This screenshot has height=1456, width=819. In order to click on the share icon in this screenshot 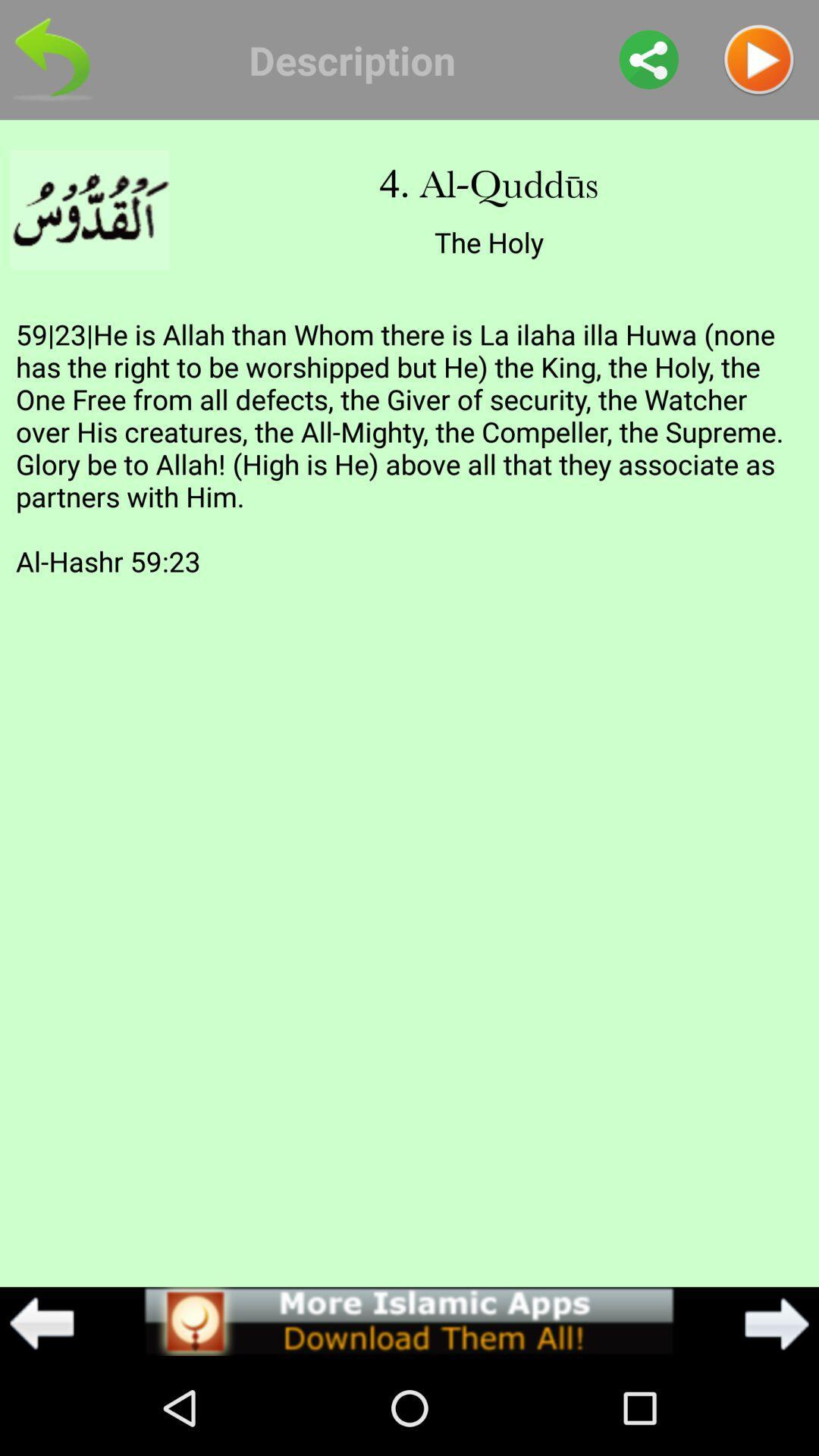, I will do `click(648, 63)`.